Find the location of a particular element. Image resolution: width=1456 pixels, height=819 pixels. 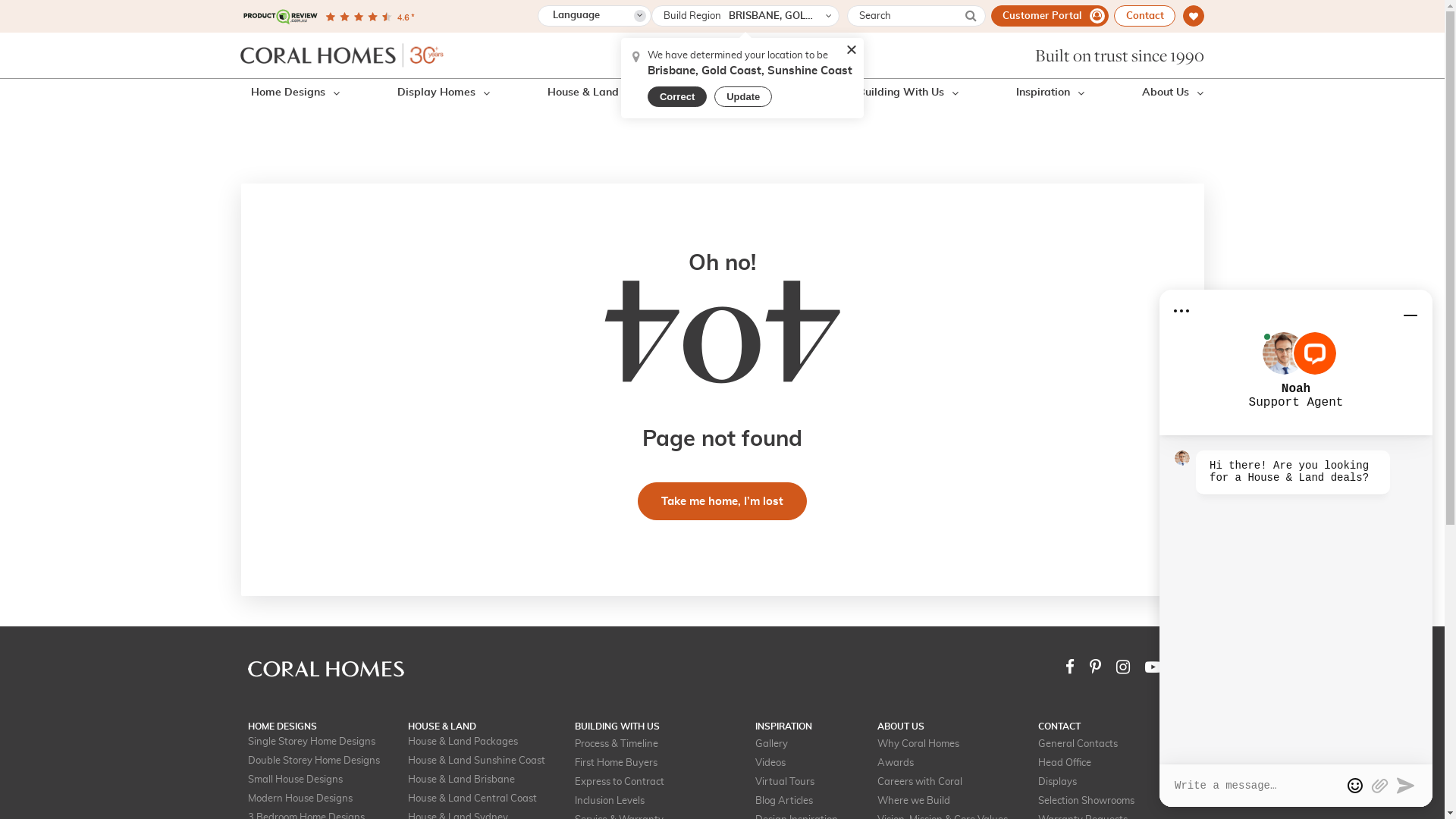

'Careers with Coral' is located at coordinates (919, 782).